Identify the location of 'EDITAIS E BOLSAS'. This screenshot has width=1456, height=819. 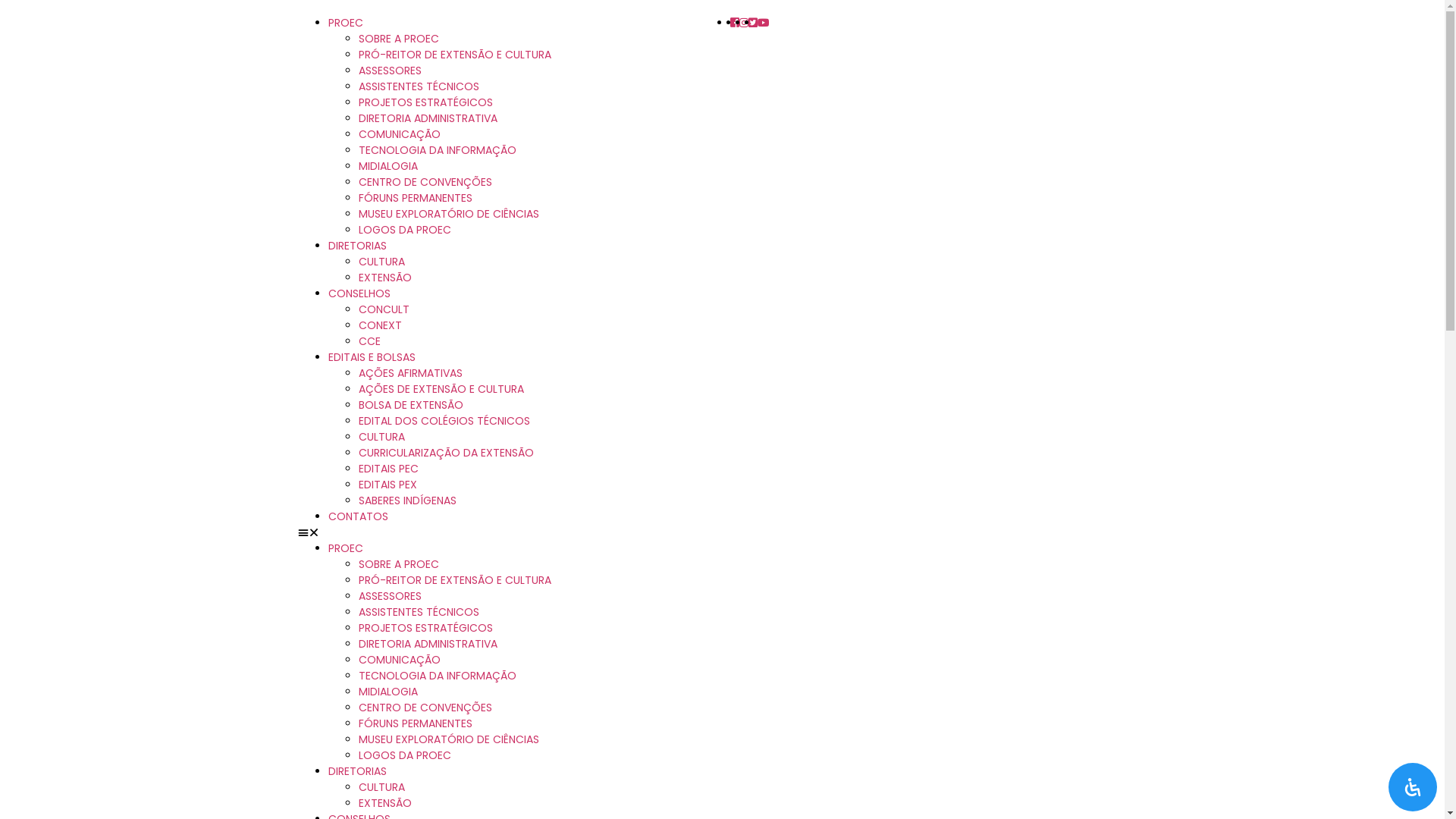
(371, 356).